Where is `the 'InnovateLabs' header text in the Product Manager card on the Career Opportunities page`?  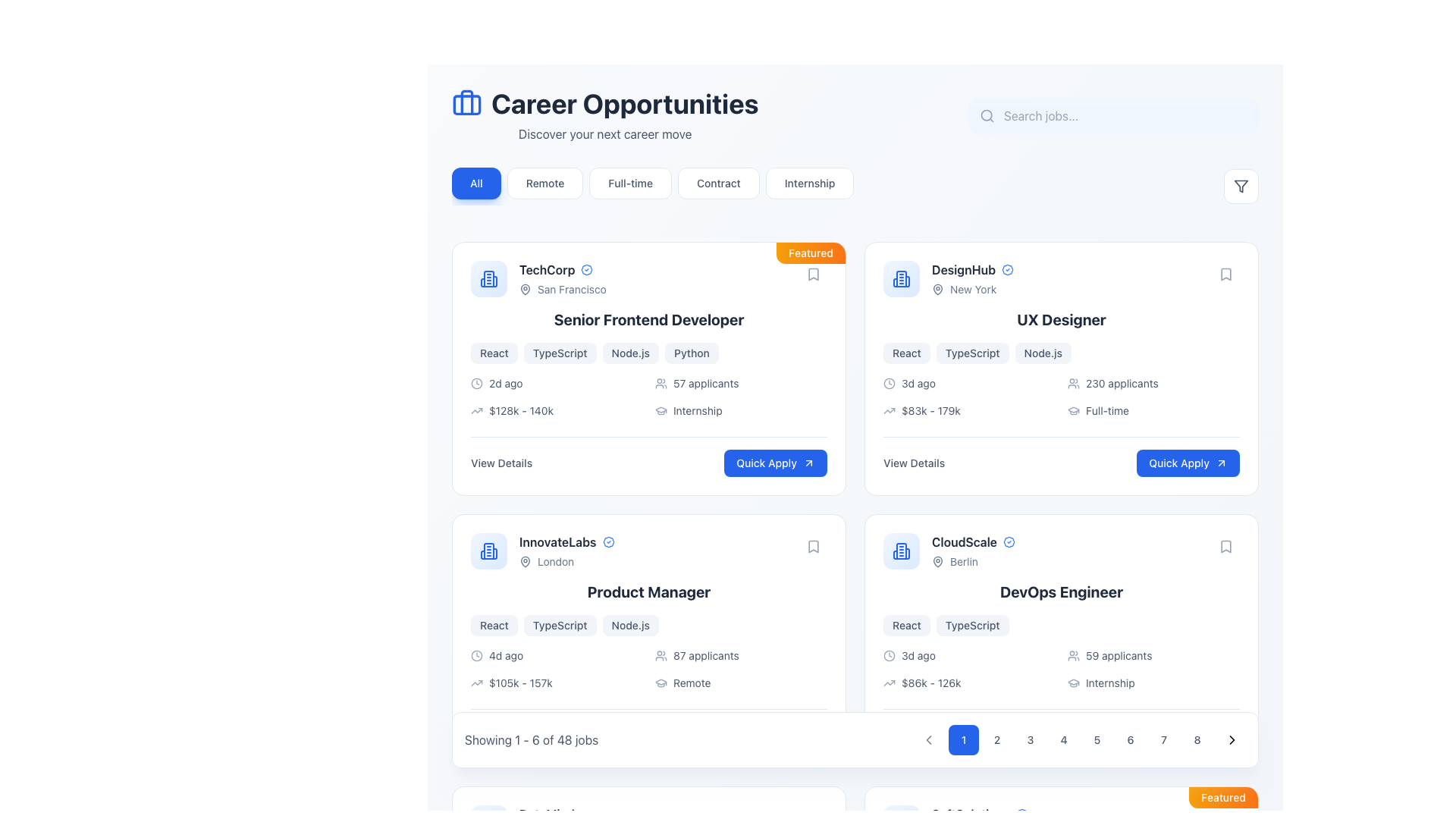
the 'InnovateLabs' header text in the Product Manager card on the Career Opportunities page is located at coordinates (542, 551).